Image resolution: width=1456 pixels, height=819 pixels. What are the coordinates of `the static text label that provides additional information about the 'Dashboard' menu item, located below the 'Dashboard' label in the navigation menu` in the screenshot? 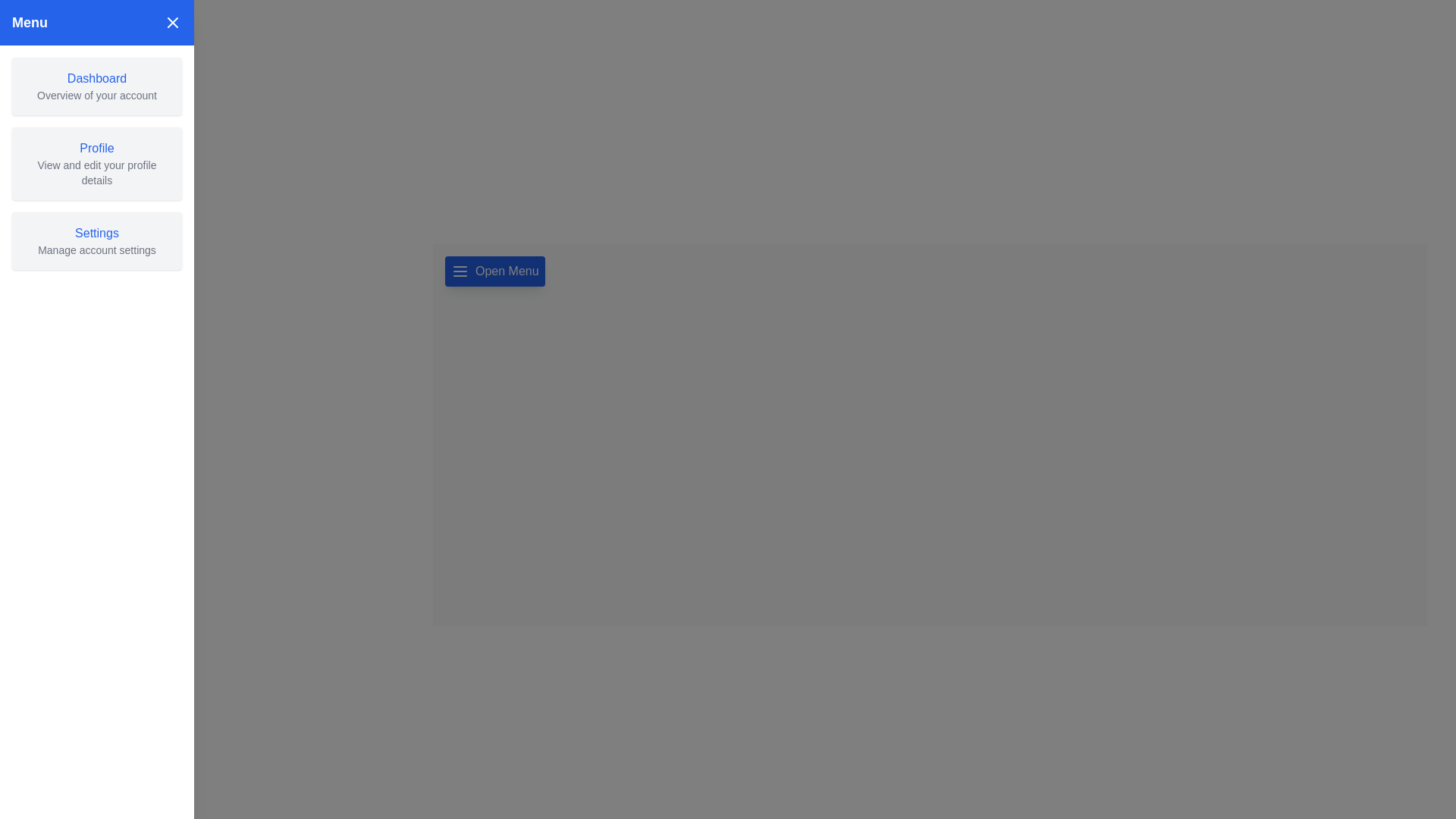 It's located at (96, 96).